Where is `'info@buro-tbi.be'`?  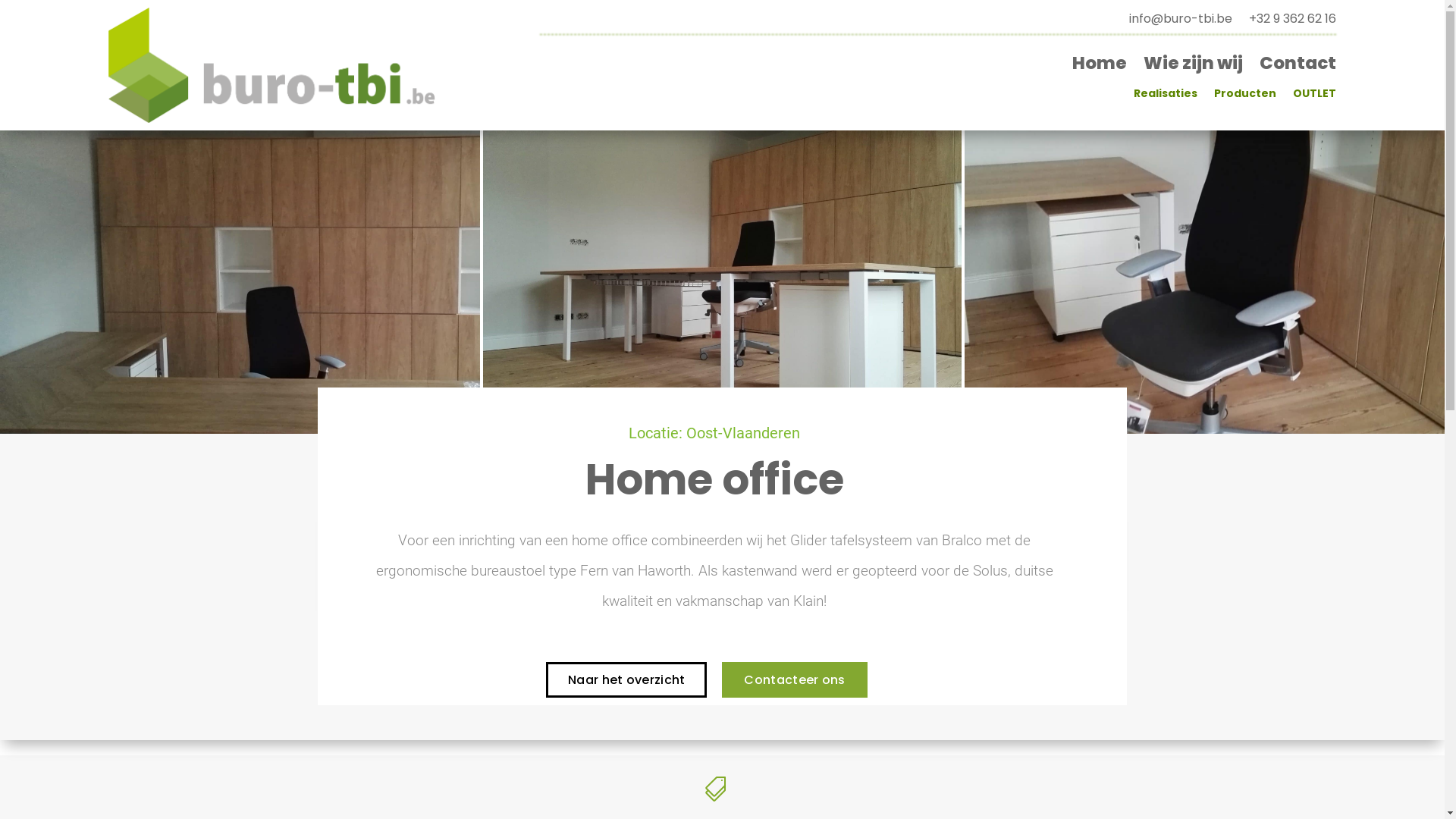 'info@buro-tbi.be' is located at coordinates (1179, 22).